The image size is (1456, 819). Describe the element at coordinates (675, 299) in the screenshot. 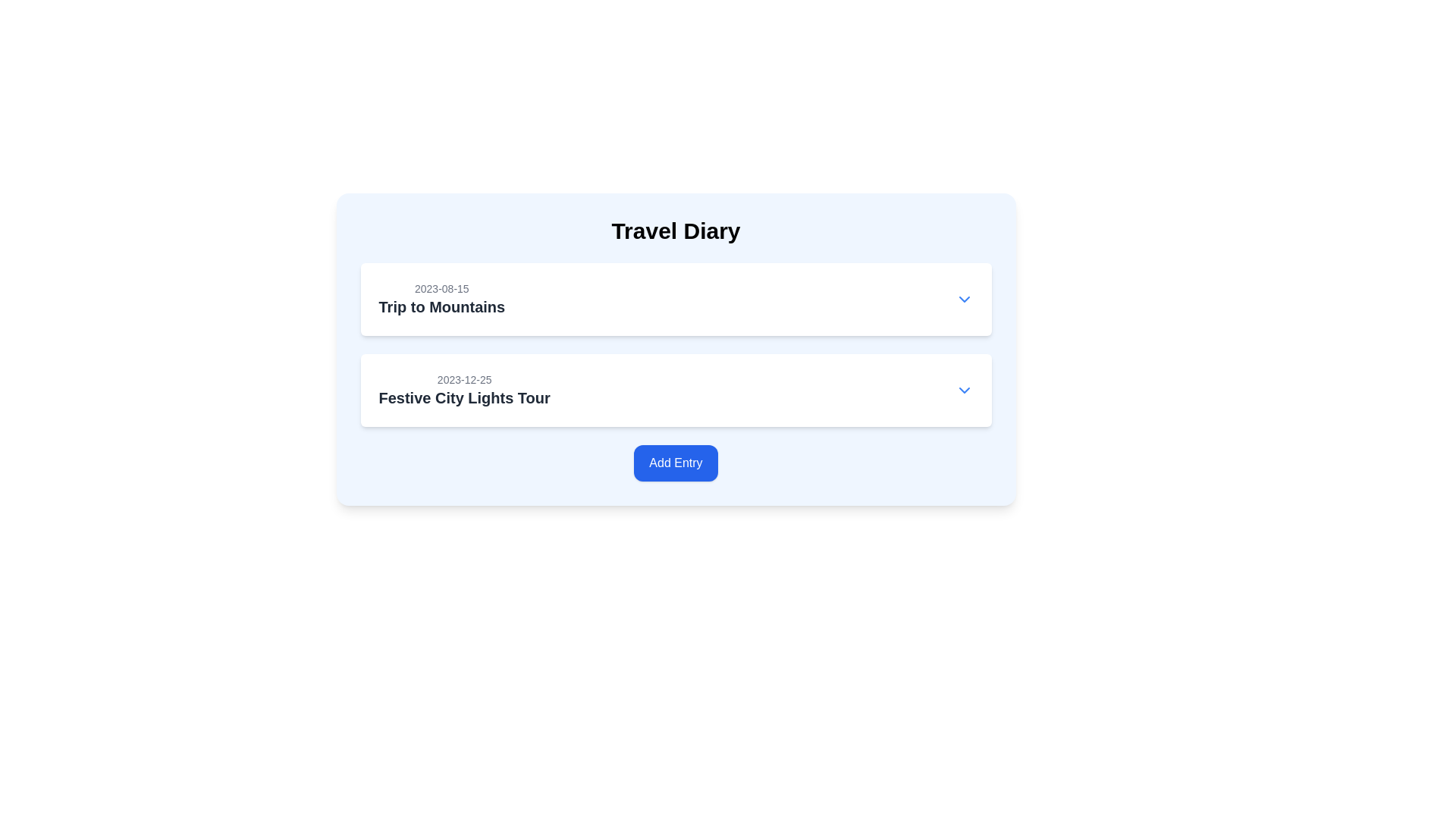

I see `the date or title of the travel diary entry displayed in the white rounded rectangle, which includes an interactive dropdown for additional actions or details` at that location.